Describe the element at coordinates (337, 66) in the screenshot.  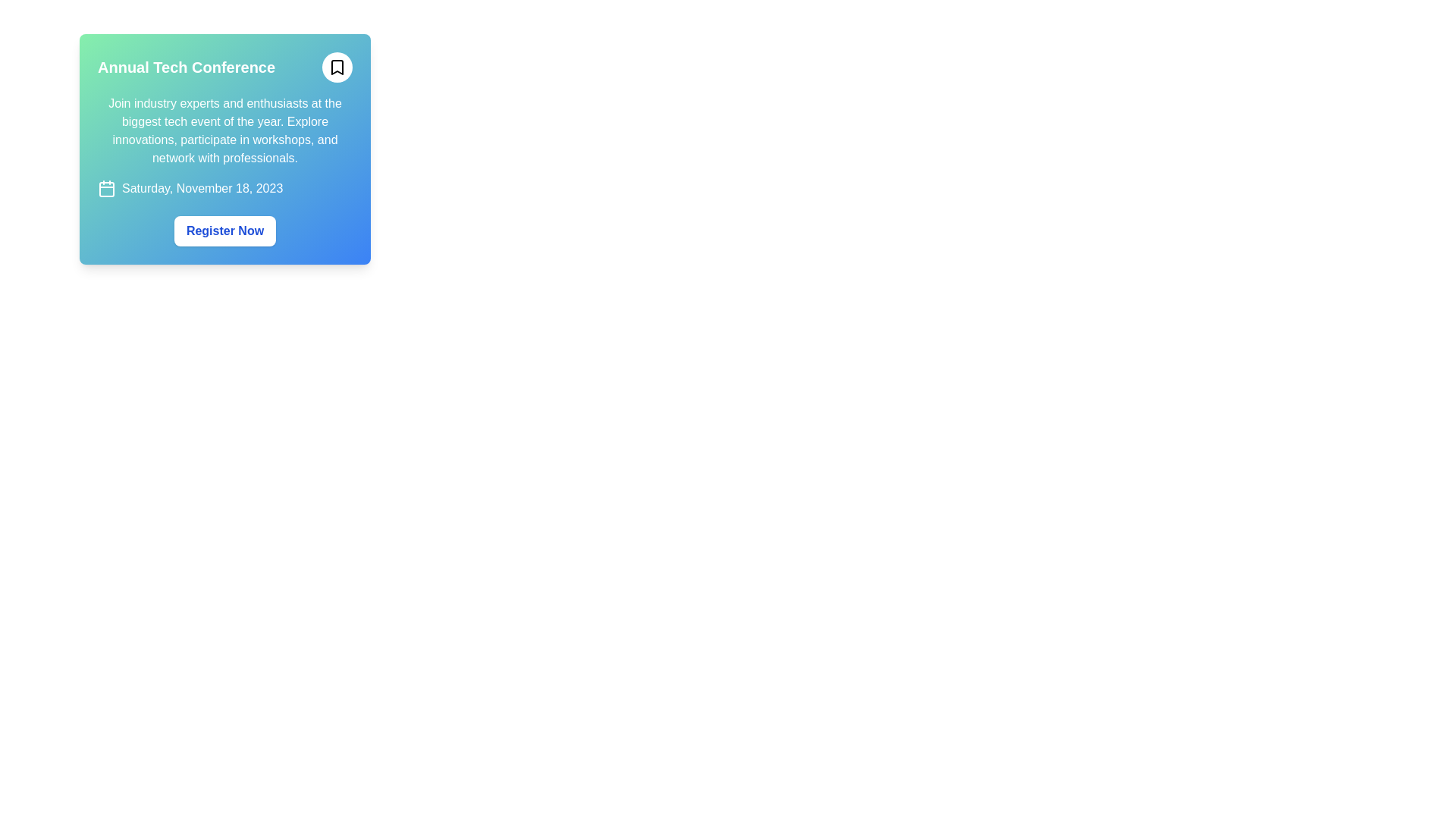
I see `the bookmark icon located at the top-right corner of the 'Annual Tech Conference' section` at that location.